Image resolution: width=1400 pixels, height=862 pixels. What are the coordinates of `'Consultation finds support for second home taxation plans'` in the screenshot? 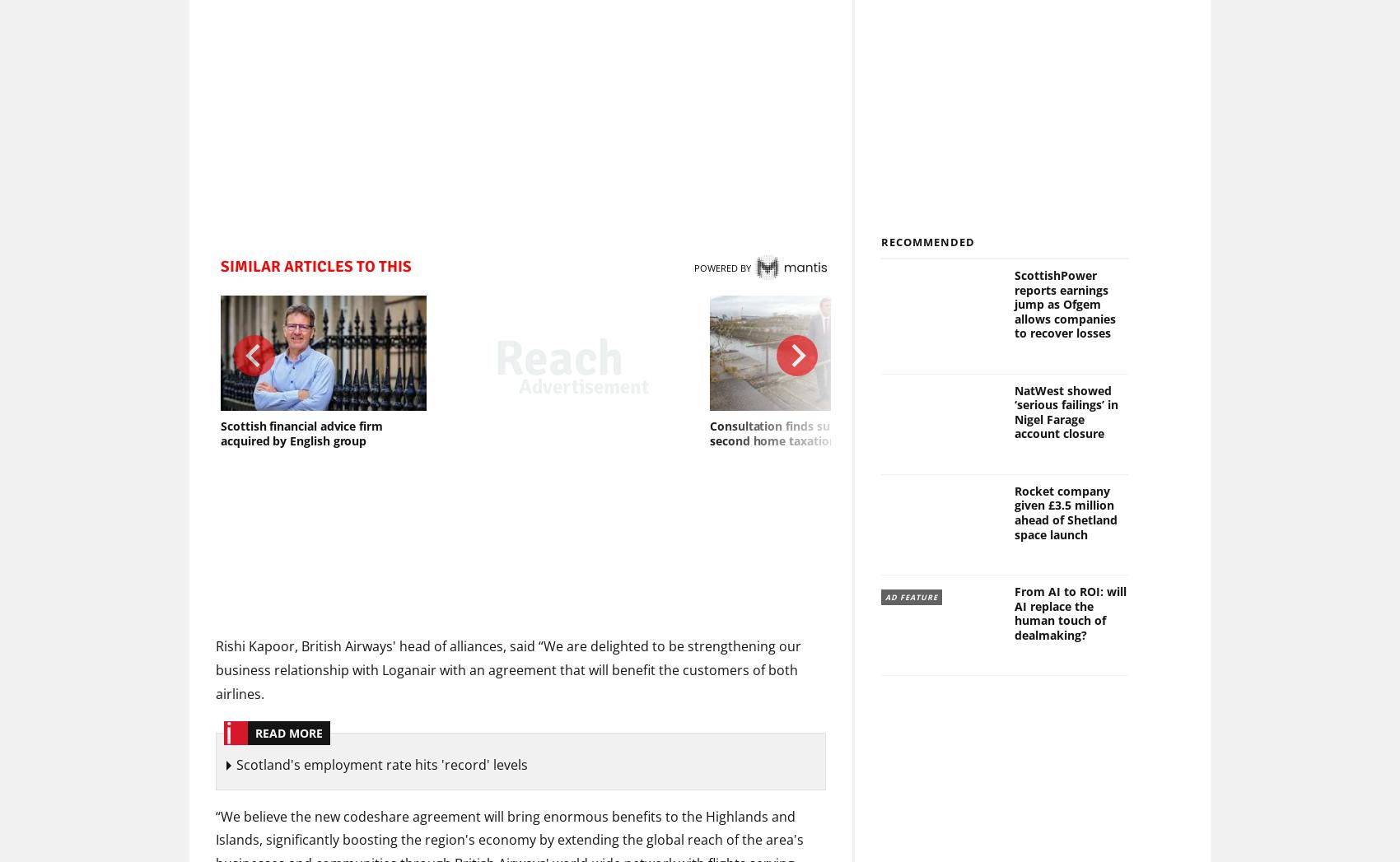 It's located at (794, 432).